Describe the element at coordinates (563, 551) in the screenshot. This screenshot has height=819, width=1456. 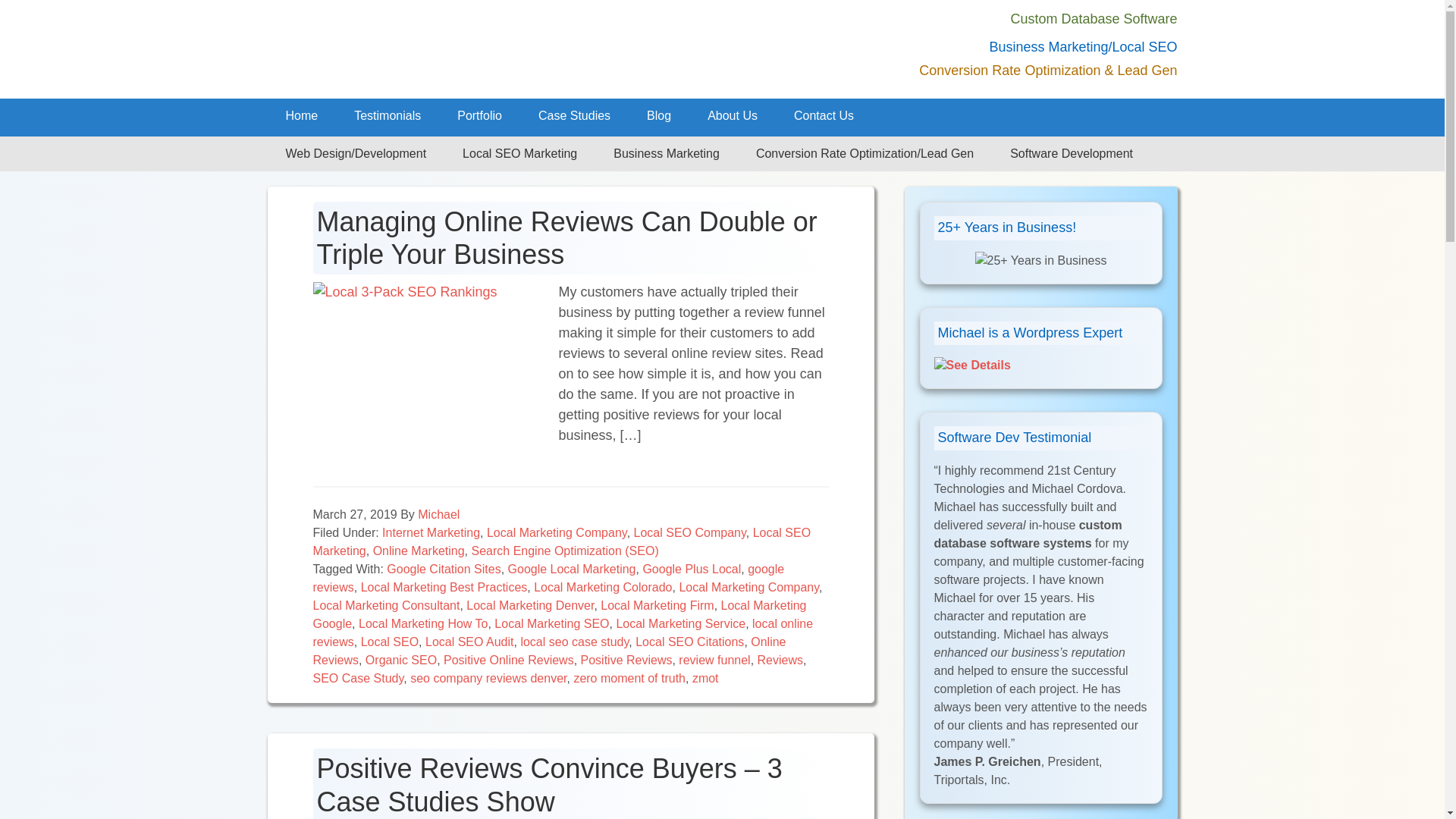
I see `'Search Engine Optimization (SEO)'` at that location.